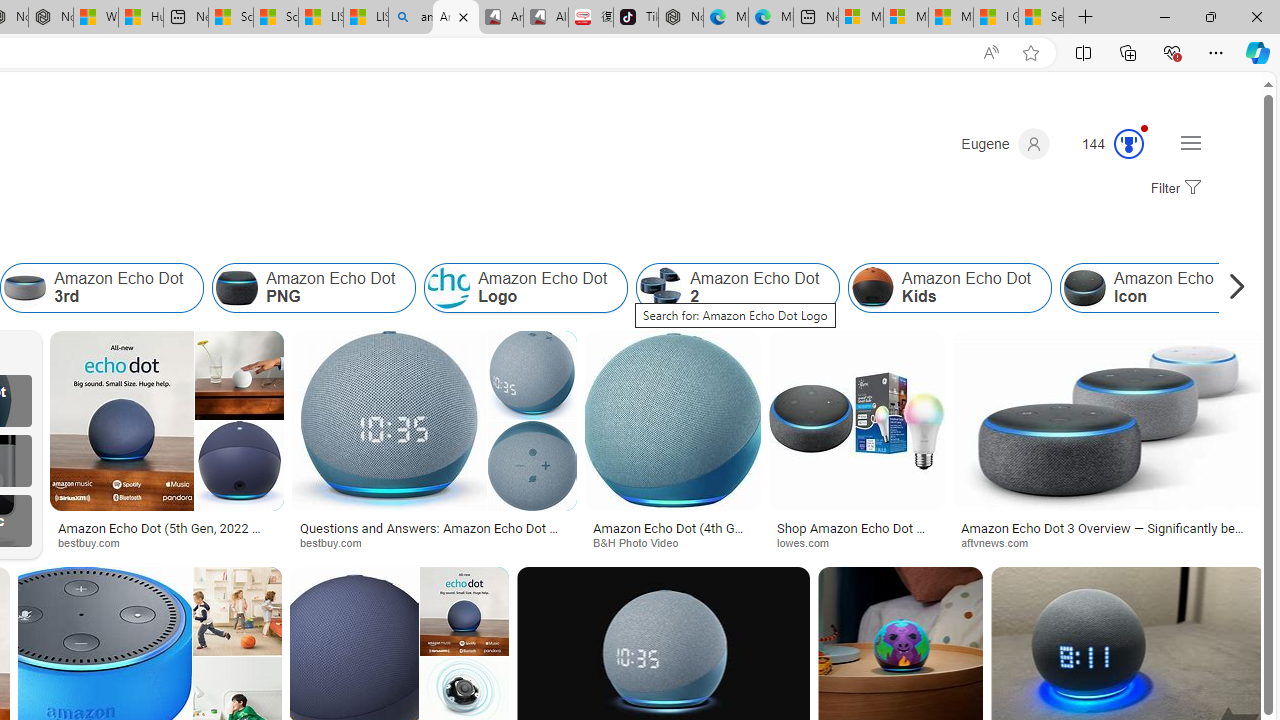 The height and width of the screenshot is (720, 1280). What do you see at coordinates (1191, 141) in the screenshot?
I see `'Settings and quick links'` at bounding box center [1191, 141].